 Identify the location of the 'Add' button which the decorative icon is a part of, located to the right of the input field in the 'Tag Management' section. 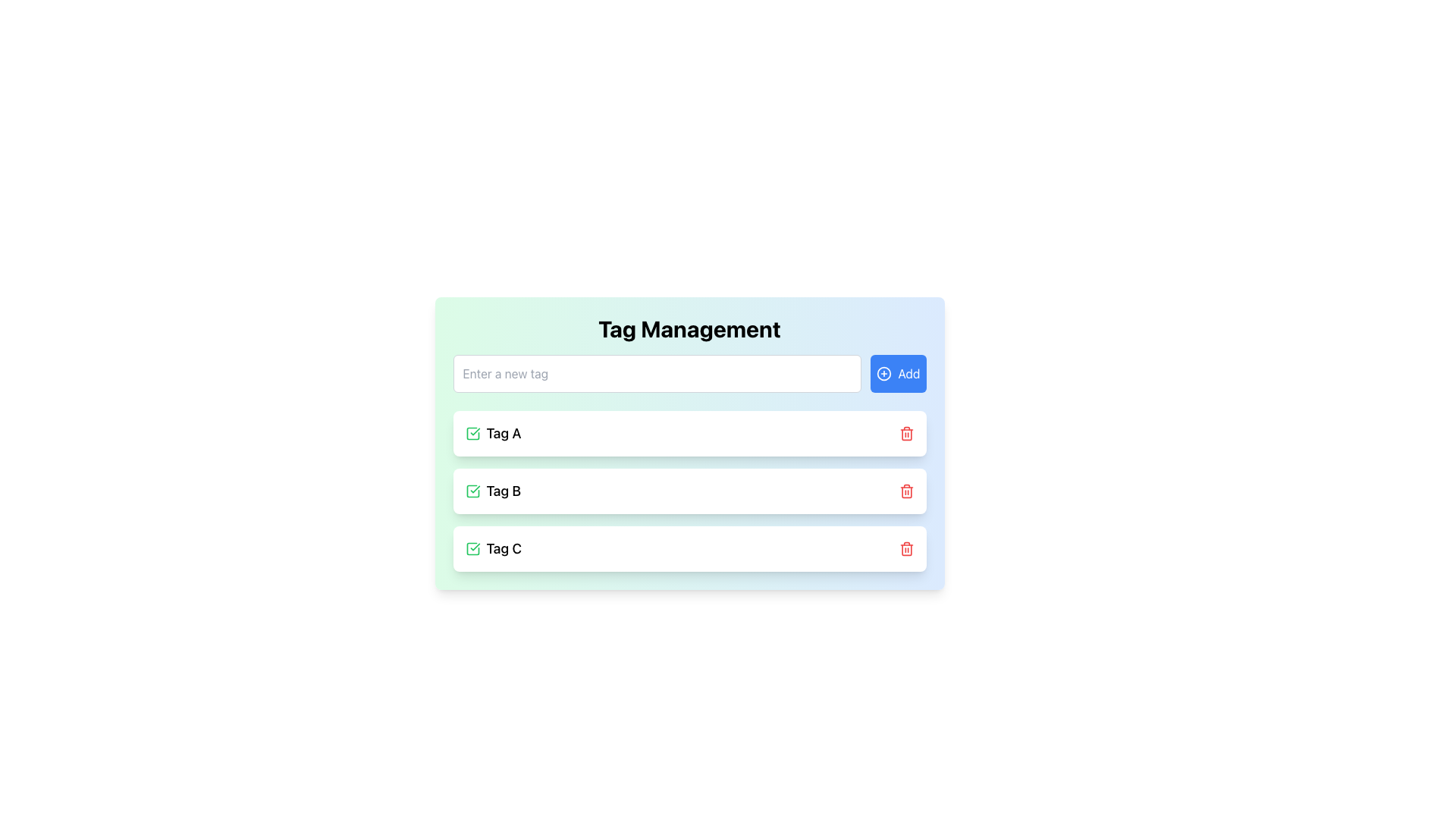
(884, 374).